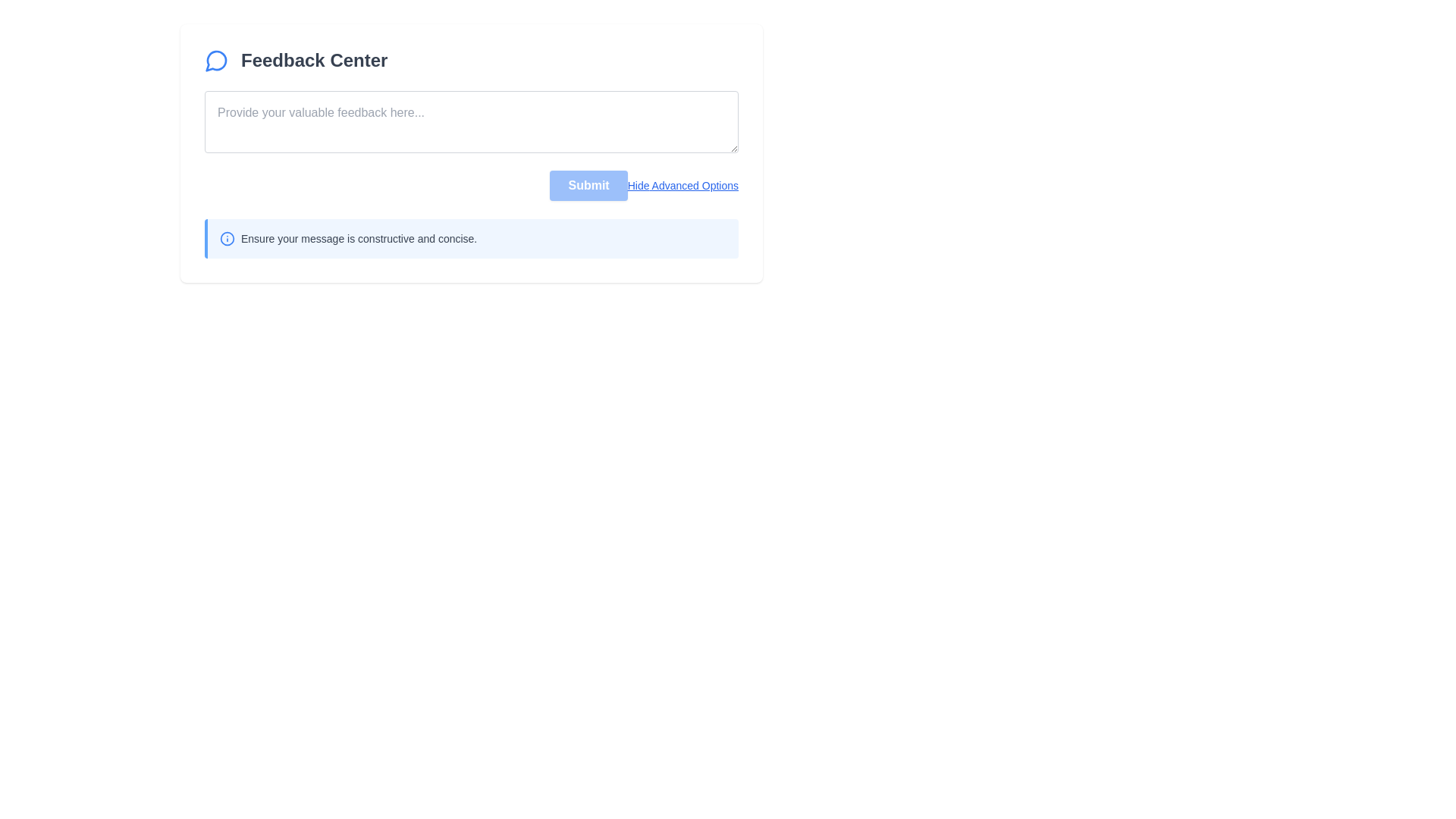  I want to click on the message text that reads, 'Ensure your message is constructive and concise', which is styled in a small gray font and located below a text input box, so click(358, 239).